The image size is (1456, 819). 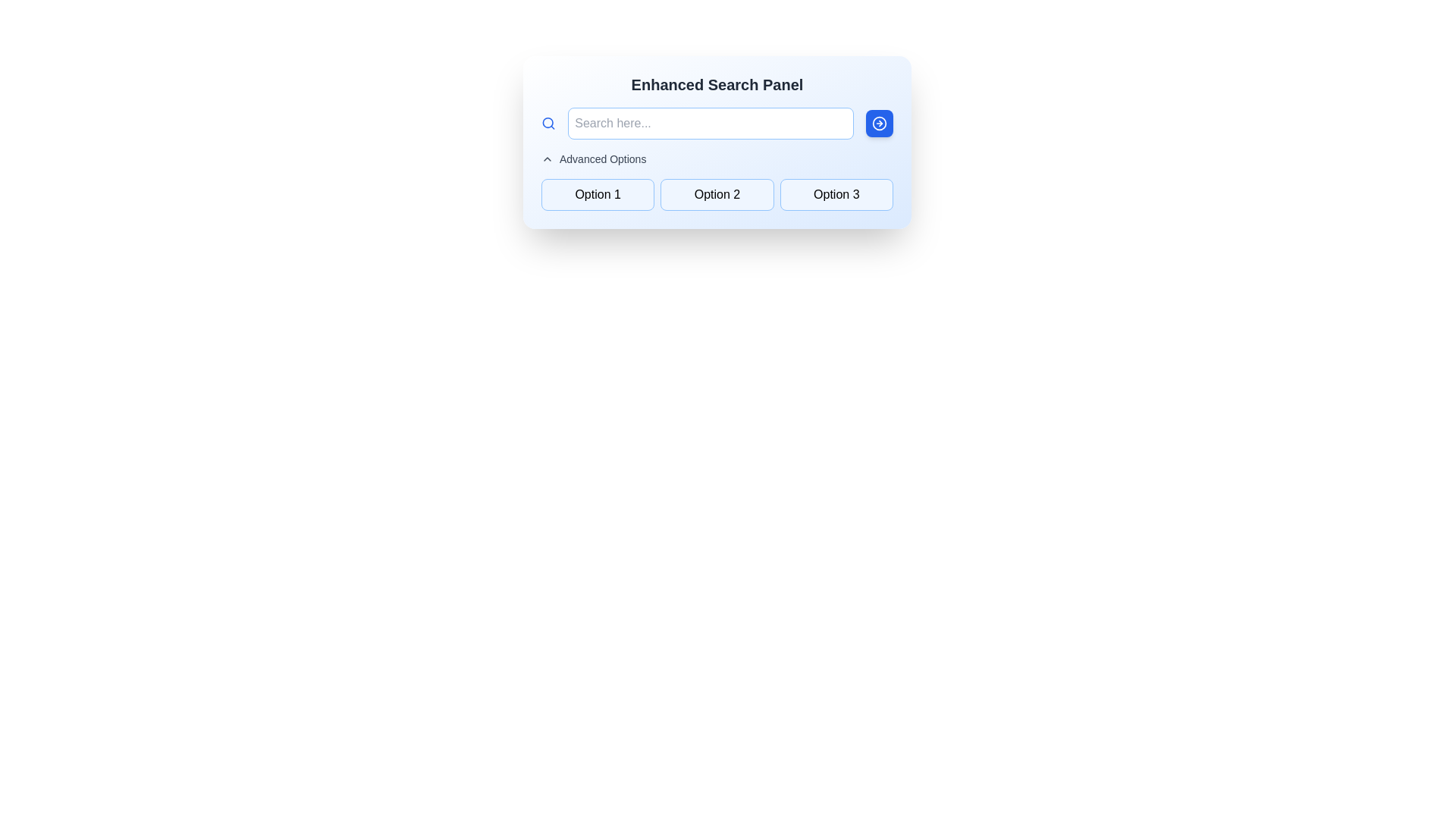 I want to click on the text label located underneath the search bar and beside the caret icon, so click(x=602, y=158).